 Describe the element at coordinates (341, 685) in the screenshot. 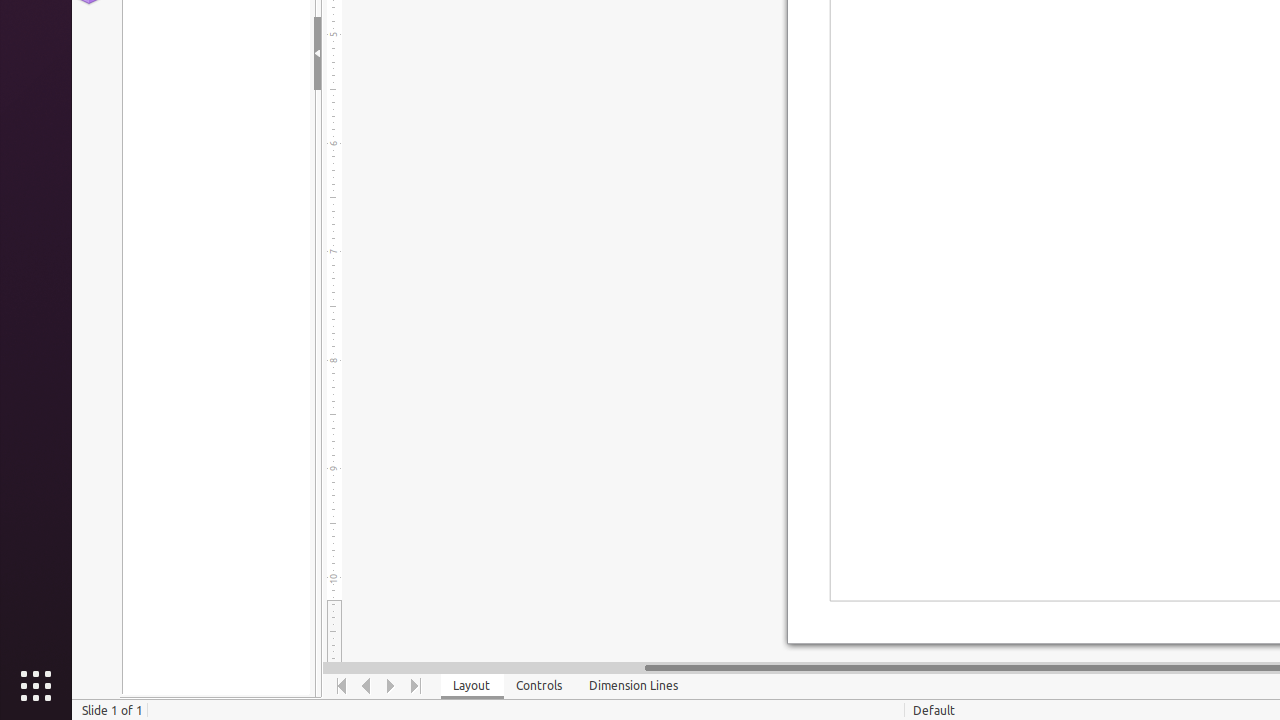

I see `'Move To Home'` at that location.